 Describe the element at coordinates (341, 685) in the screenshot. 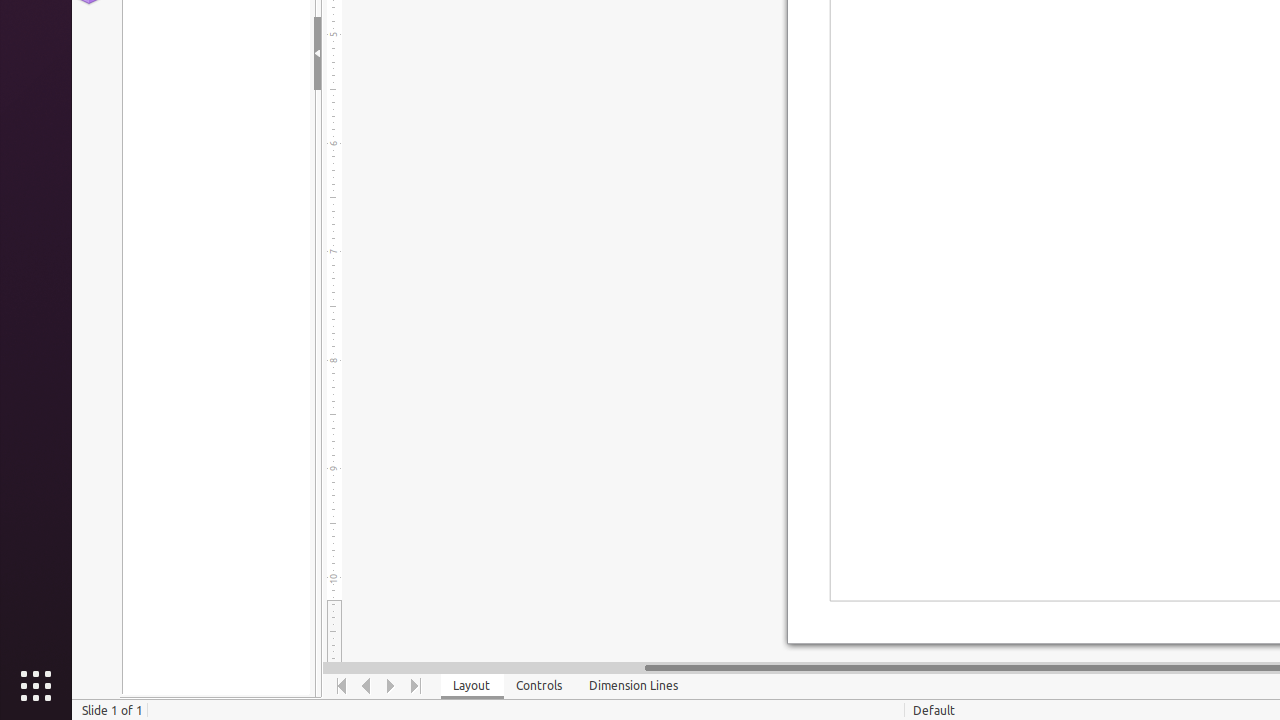

I see `'Move To Home'` at that location.